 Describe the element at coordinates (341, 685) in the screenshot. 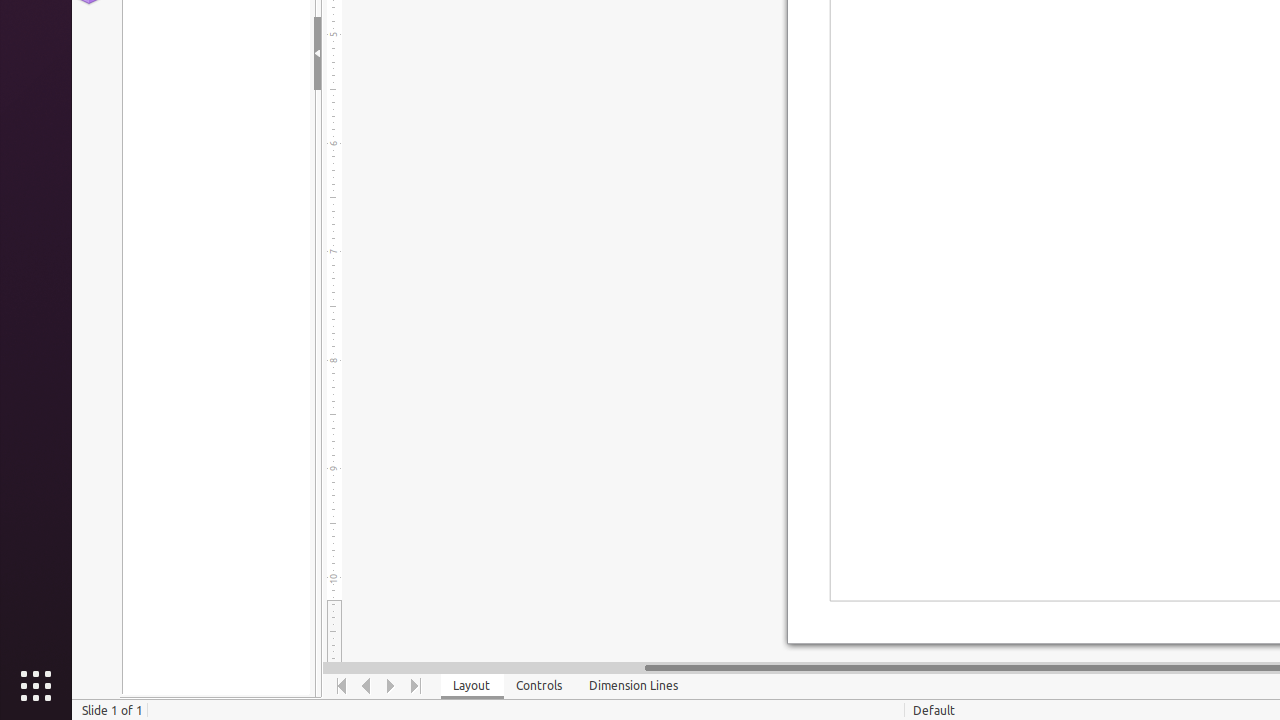

I see `'Move To Home'` at that location.